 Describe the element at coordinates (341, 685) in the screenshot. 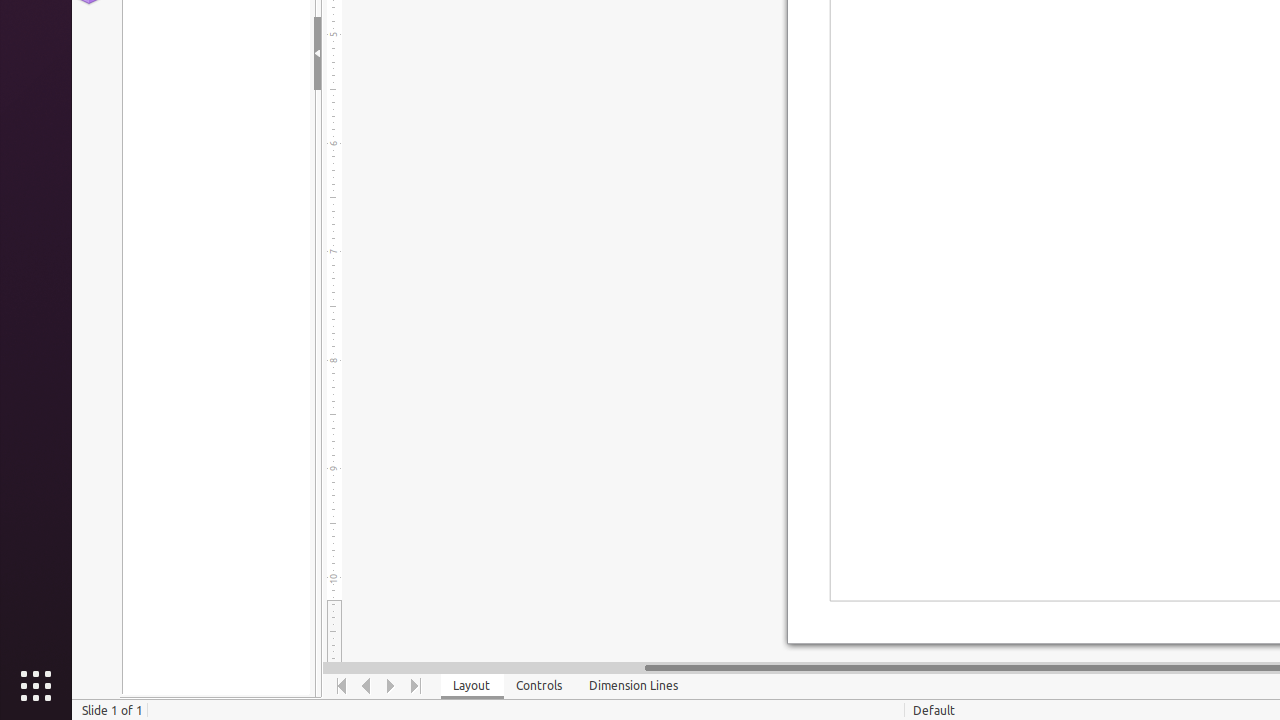

I see `'Move To Home'` at that location.